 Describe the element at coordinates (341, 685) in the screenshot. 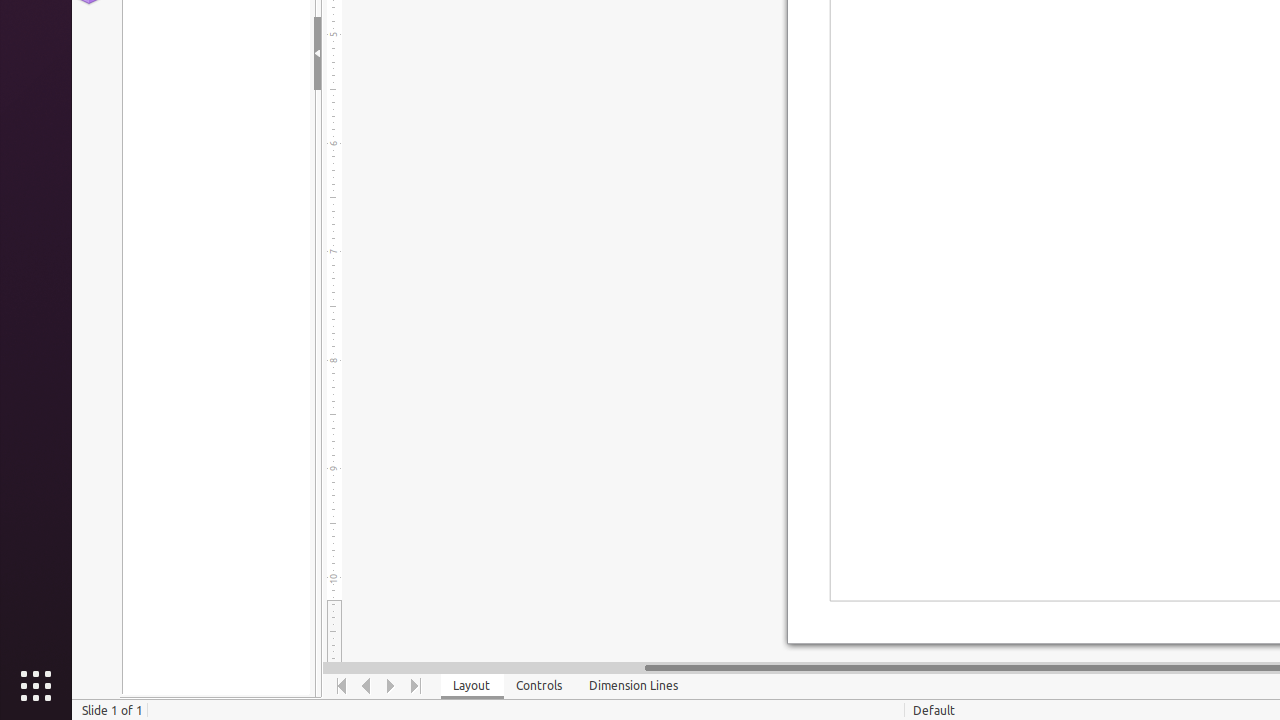

I see `'Move To Home'` at that location.